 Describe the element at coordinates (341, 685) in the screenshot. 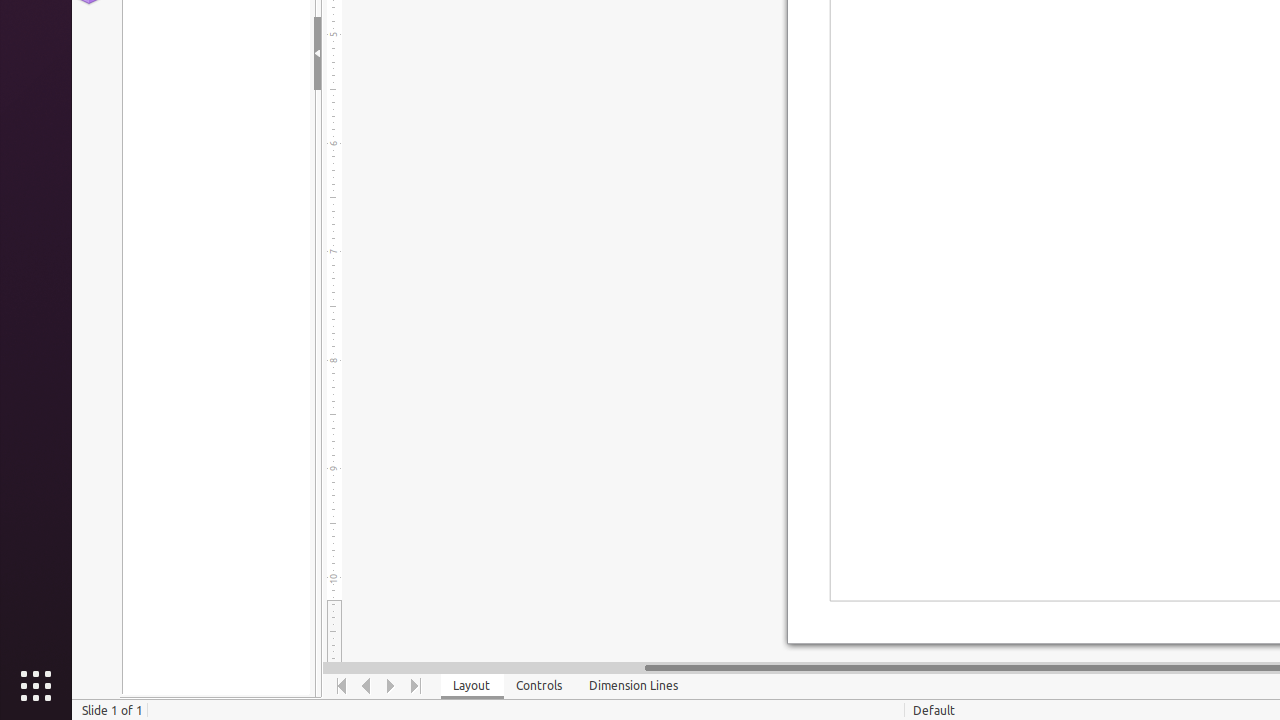

I see `'Move To Home'` at that location.